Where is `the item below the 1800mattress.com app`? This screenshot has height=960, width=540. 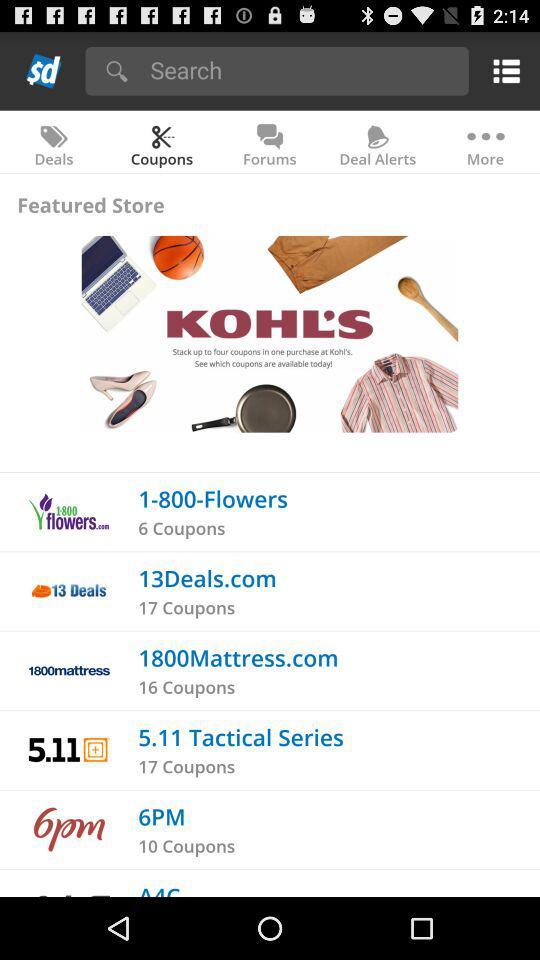 the item below the 1800mattress.com app is located at coordinates (186, 686).